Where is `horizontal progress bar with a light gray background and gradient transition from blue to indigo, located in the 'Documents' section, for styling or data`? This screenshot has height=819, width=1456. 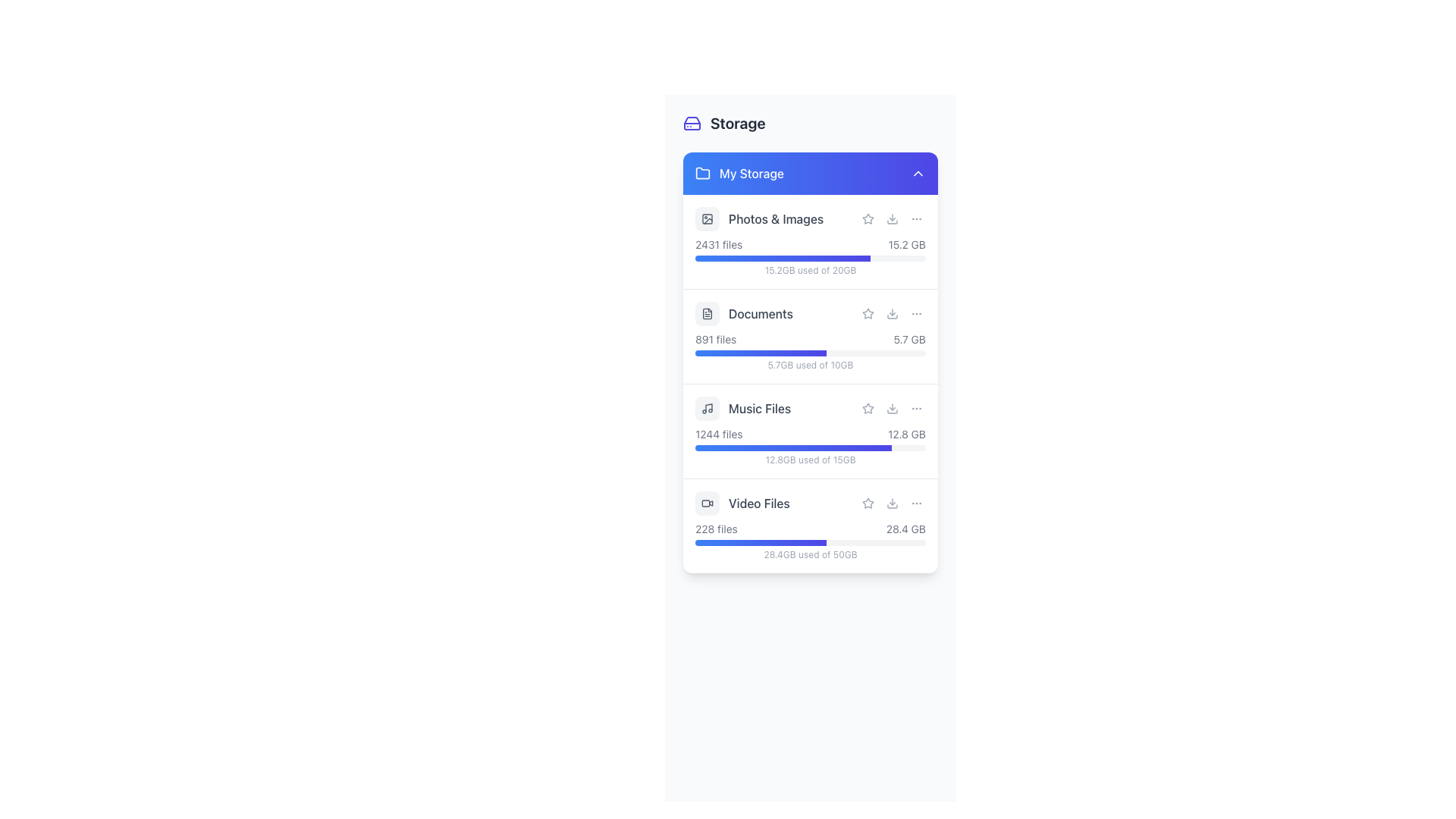 horizontal progress bar with a light gray background and gradient transition from blue to indigo, located in the 'Documents' section, for styling or data is located at coordinates (810, 353).